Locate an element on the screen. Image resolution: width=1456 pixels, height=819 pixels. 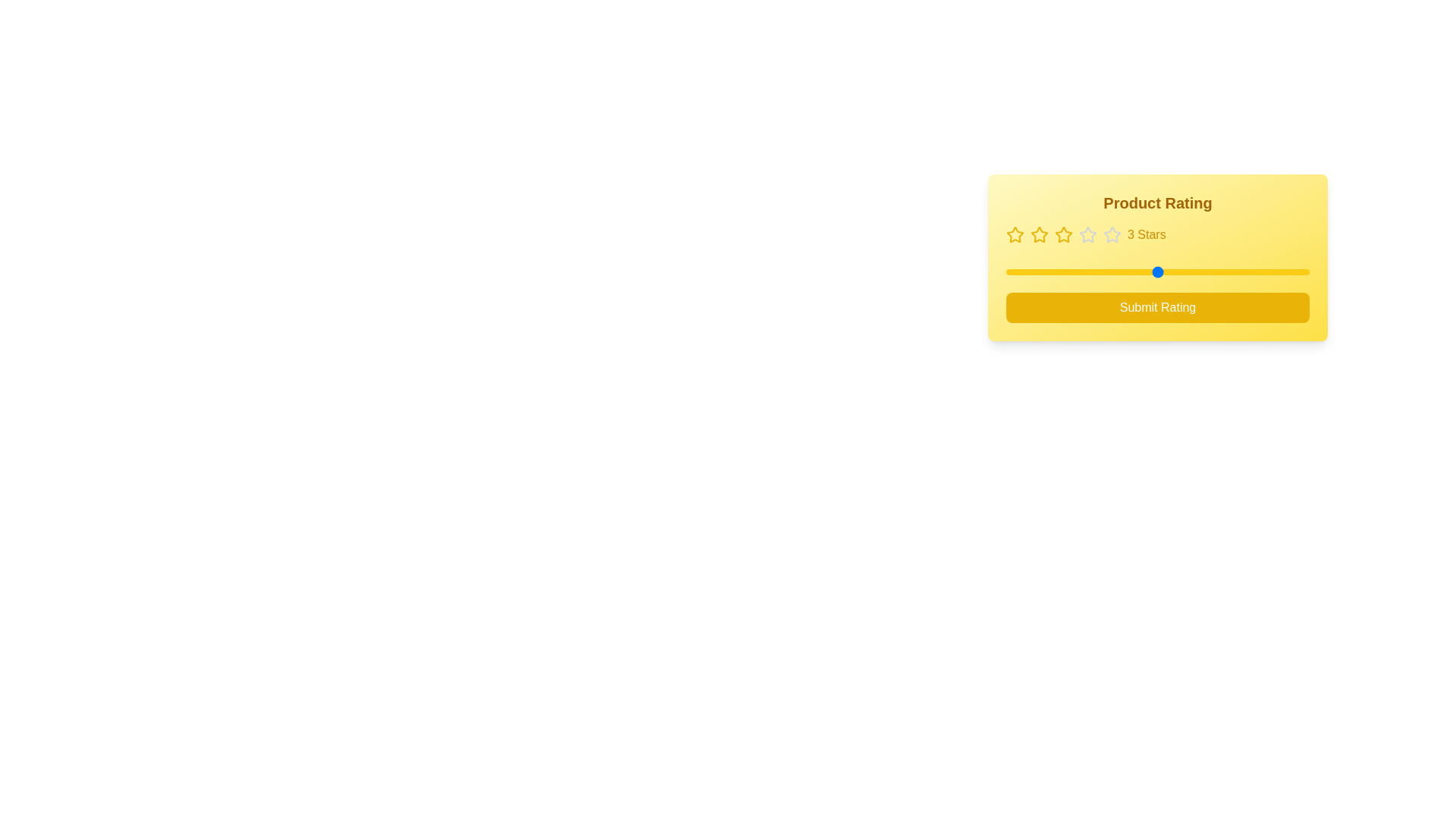
the third star icon, which represents the user's rating choice in a 3-star rating system, located between the second and fourth stars is located at coordinates (1062, 234).